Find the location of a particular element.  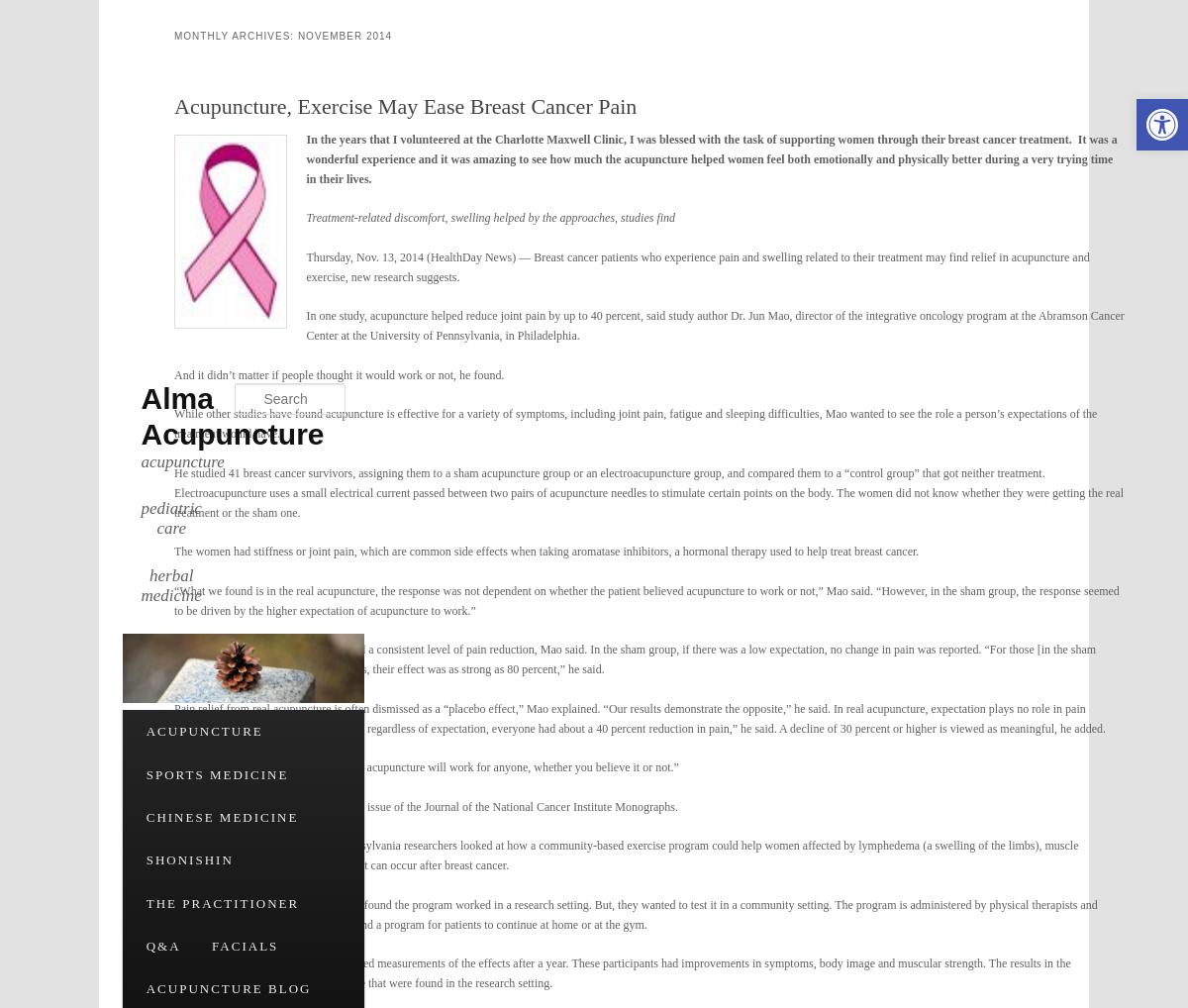

'November 2014' is located at coordinates (345, 35).